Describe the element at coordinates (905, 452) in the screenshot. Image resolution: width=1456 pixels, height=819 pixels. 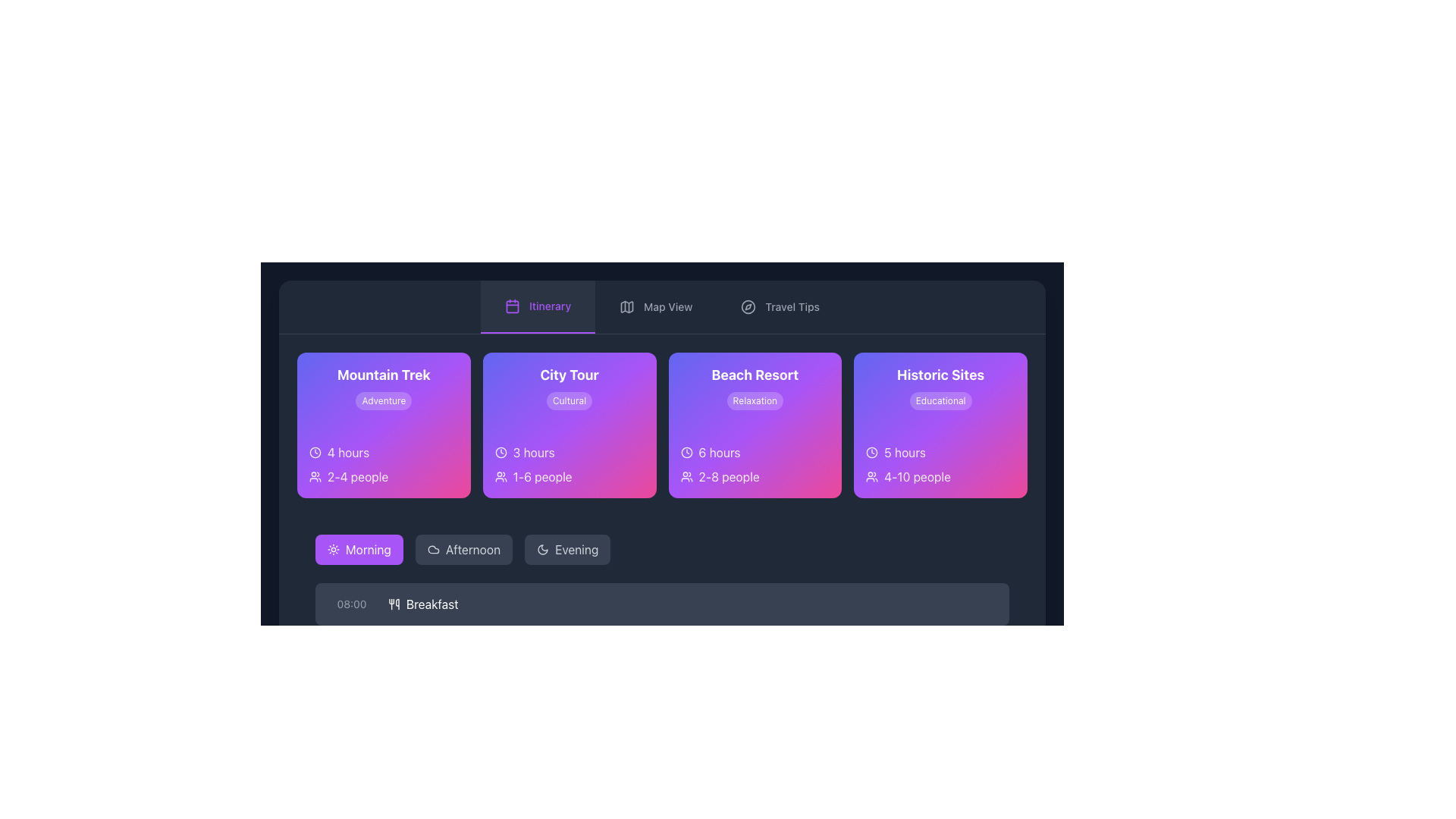
I see `the text label displaying '5 hours' in white font on a purple background, located within the 'Historic Sites' card and to the right of the clock icon` at that location.